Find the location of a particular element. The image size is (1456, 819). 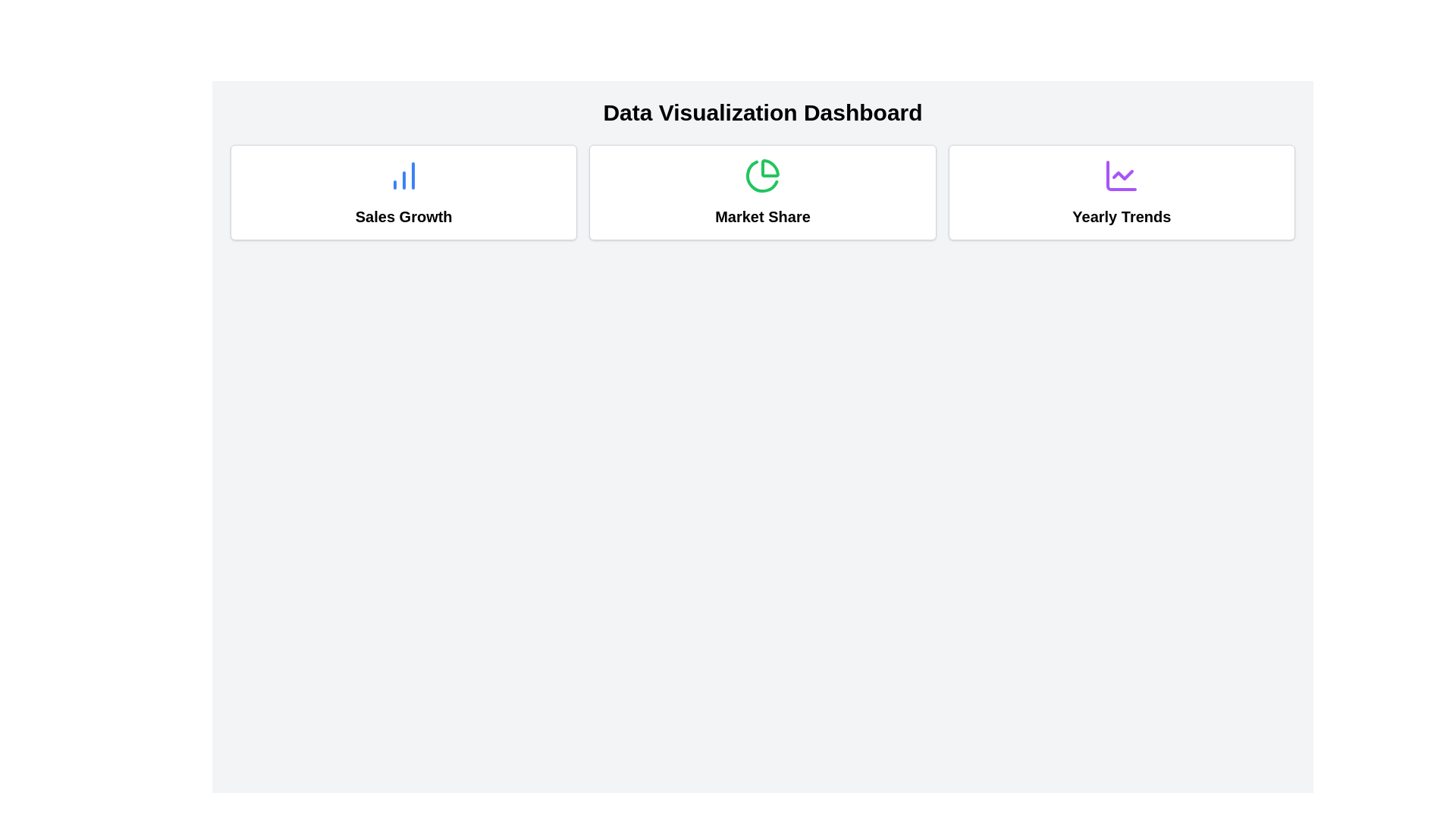

the 'Yearly Trends' icon located within the third card of the 'Data Visualization Dashboard' is located at coordinates (1122, 174).